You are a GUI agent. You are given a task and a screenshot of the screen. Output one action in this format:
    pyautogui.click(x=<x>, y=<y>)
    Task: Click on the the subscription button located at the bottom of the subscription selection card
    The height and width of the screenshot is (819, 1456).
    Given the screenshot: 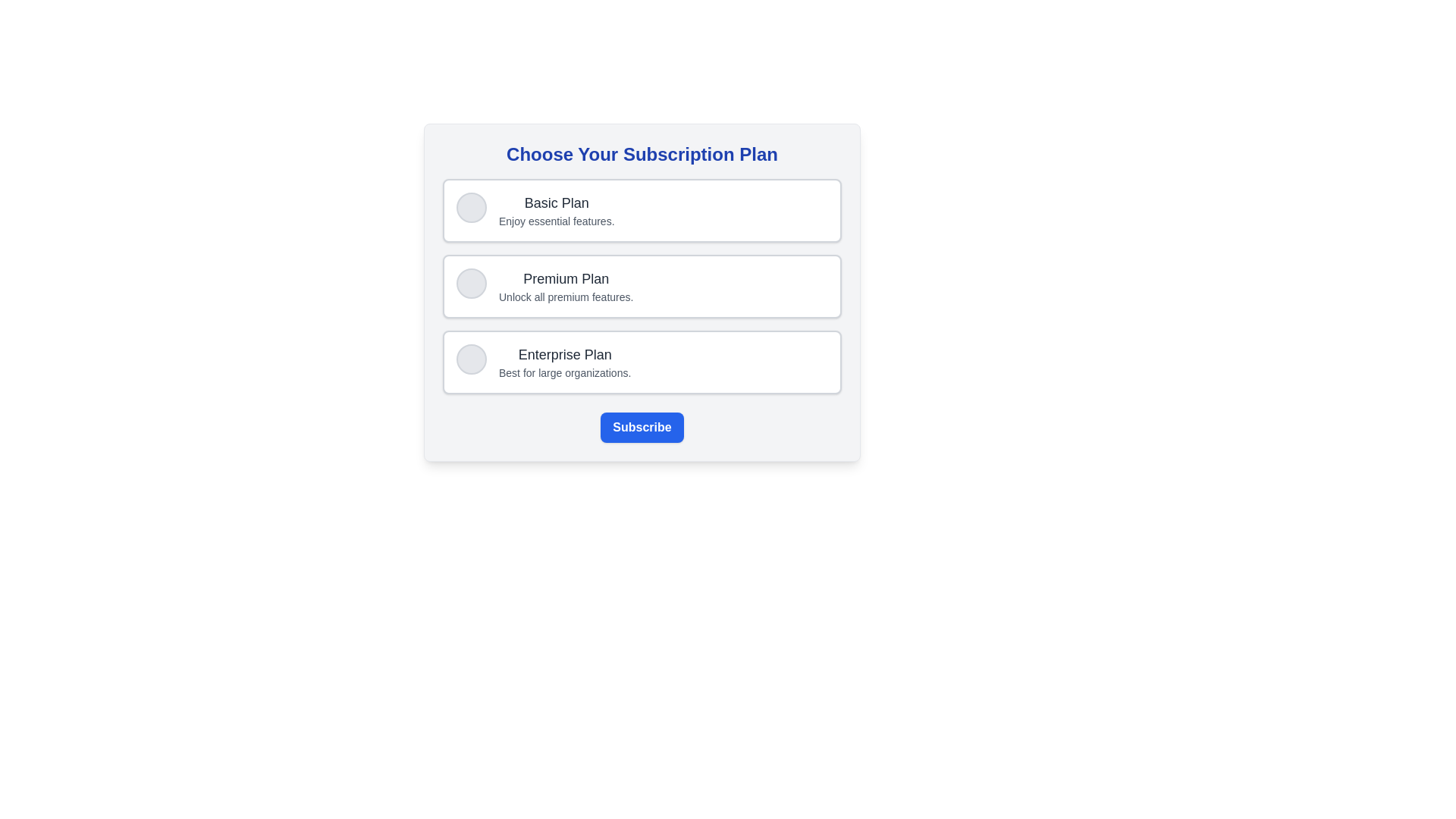 What is the action you would take?
    pyautogui.click(x=642, y=427)
    